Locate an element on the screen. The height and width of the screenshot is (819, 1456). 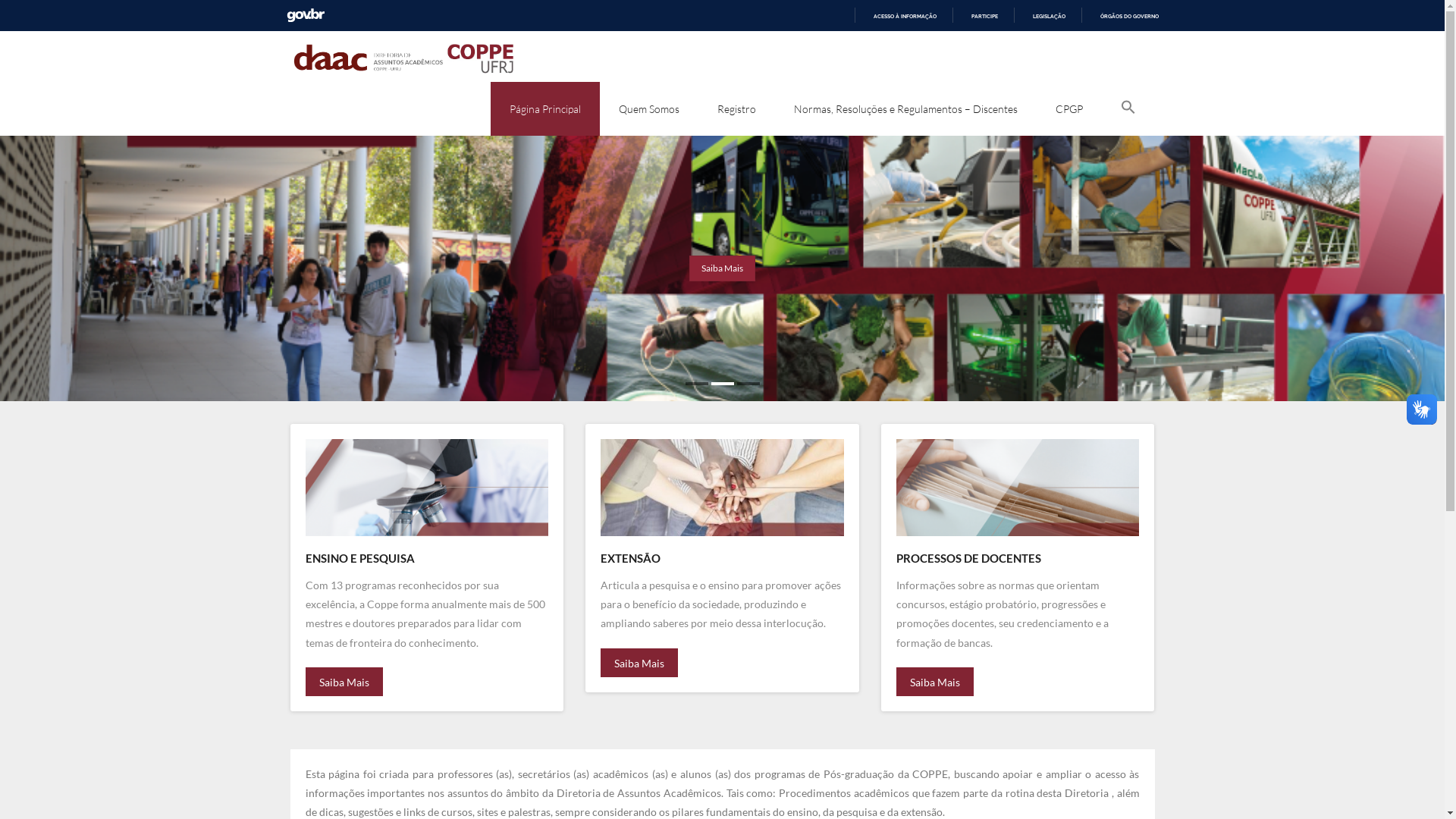
'1' is located at coordinates (695, 382).